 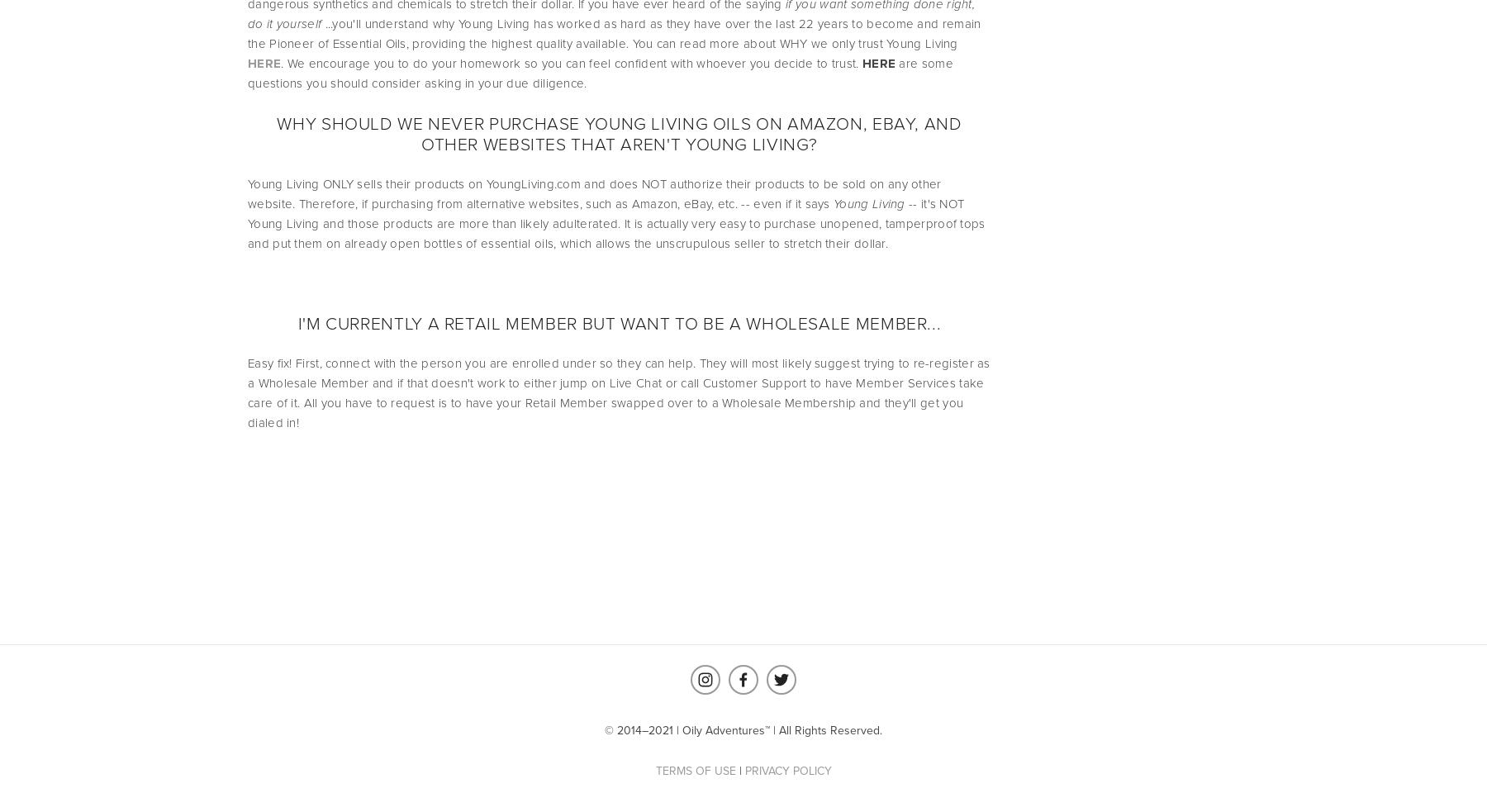 I want to click on 'are some questions you should consider asking in your due diligence.', so click(x=601, y=71).